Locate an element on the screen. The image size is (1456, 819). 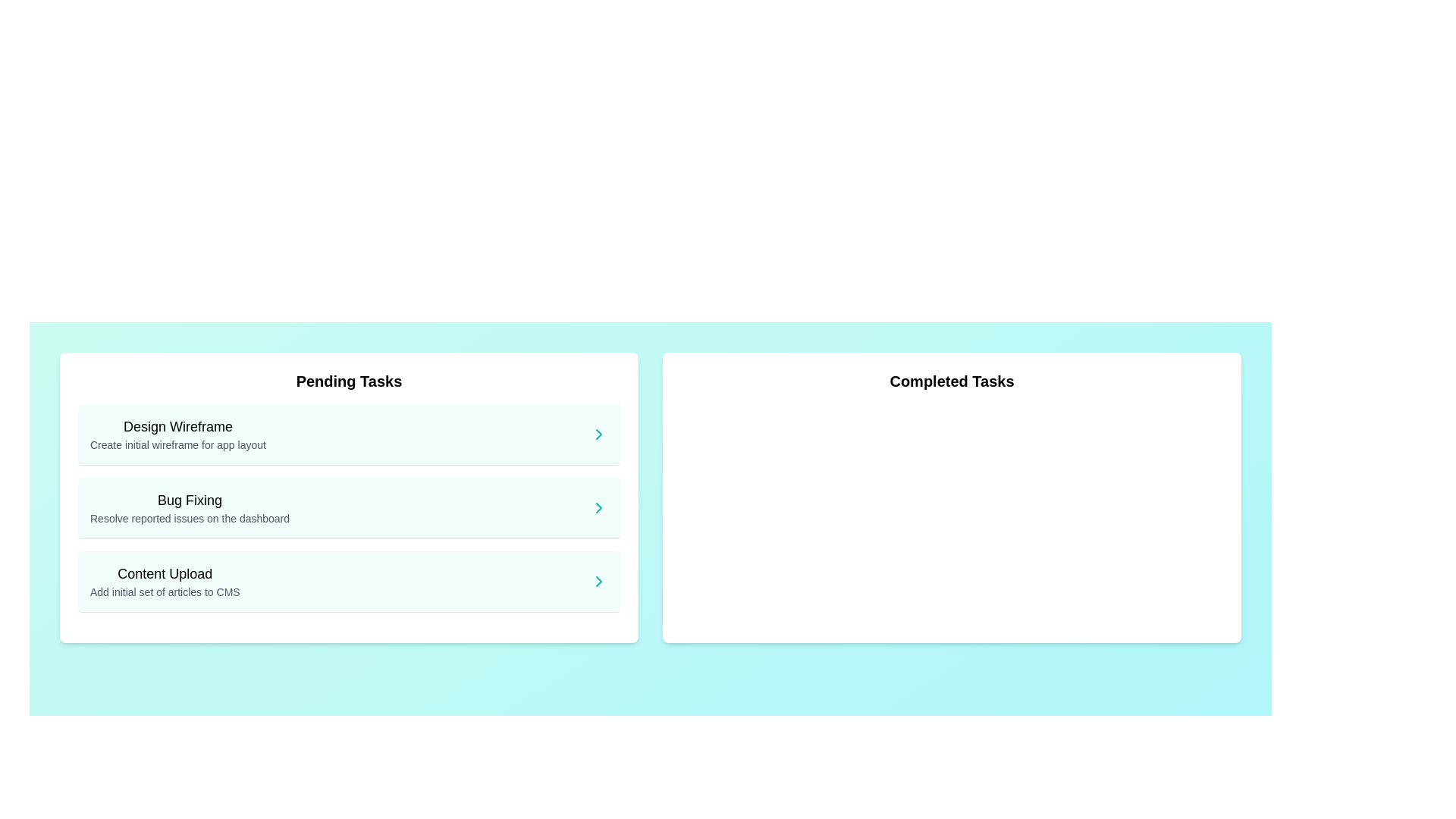
the interactive icon button located in the bottom-right corner of the 'Content Upload' card under 'Pending Tasks' is located at coordinates (598, 581).